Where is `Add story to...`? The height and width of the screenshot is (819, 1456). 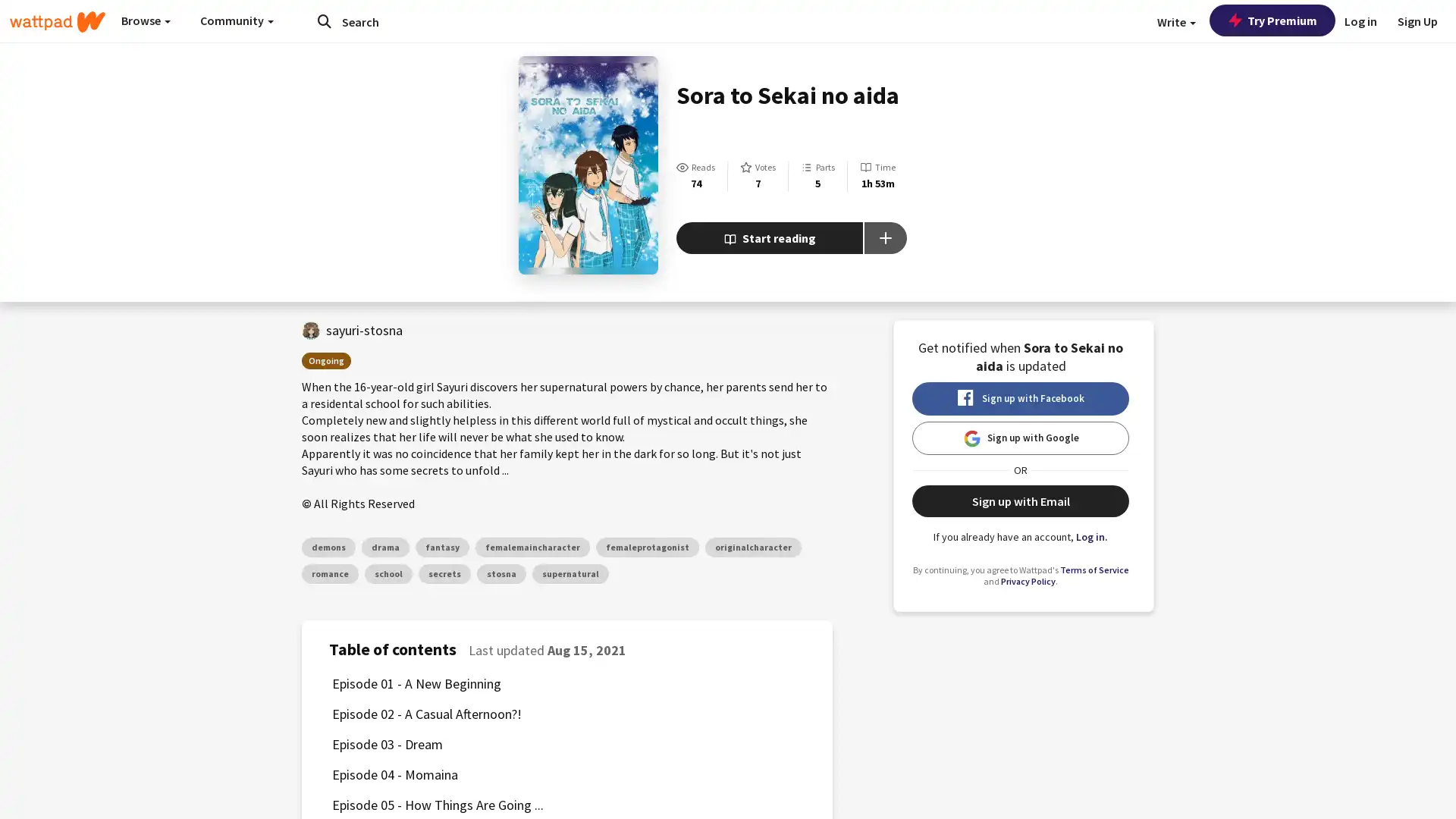
Add story to... is located at coordinates (885, 237).